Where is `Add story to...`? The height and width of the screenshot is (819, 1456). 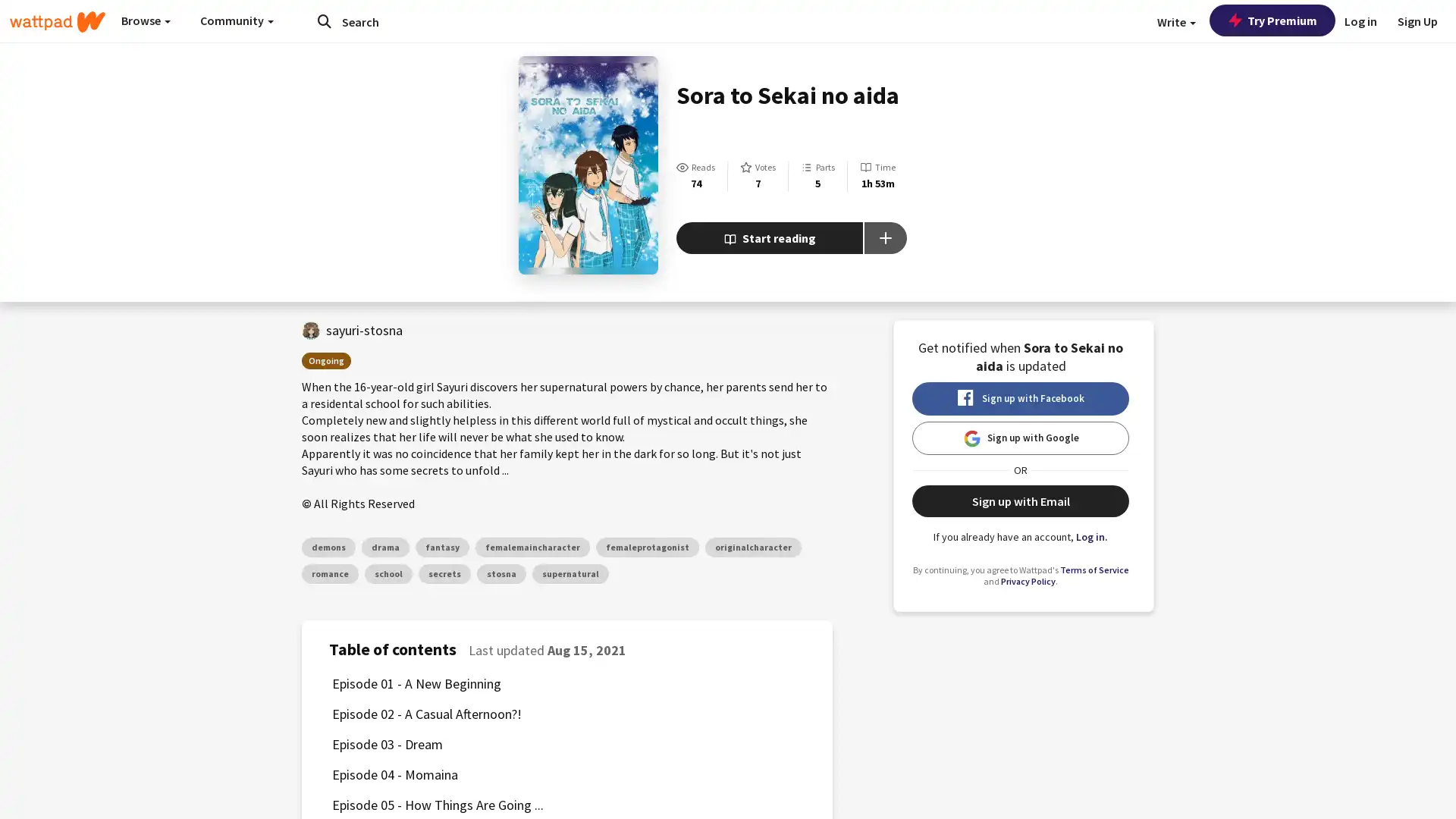
Add story to... is located at coordinates (885, 237).